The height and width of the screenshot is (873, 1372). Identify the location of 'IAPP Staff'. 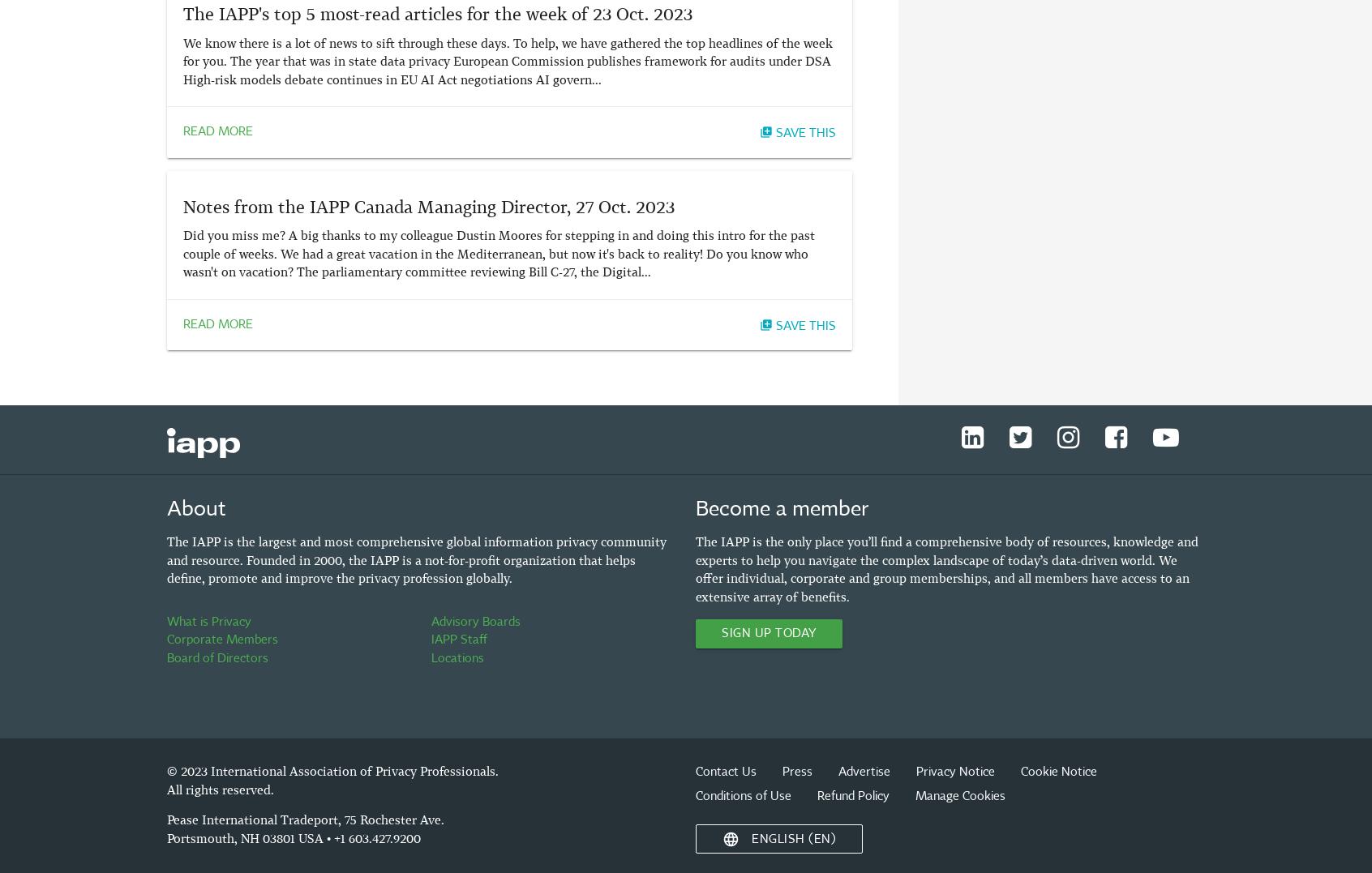
(458, 640).